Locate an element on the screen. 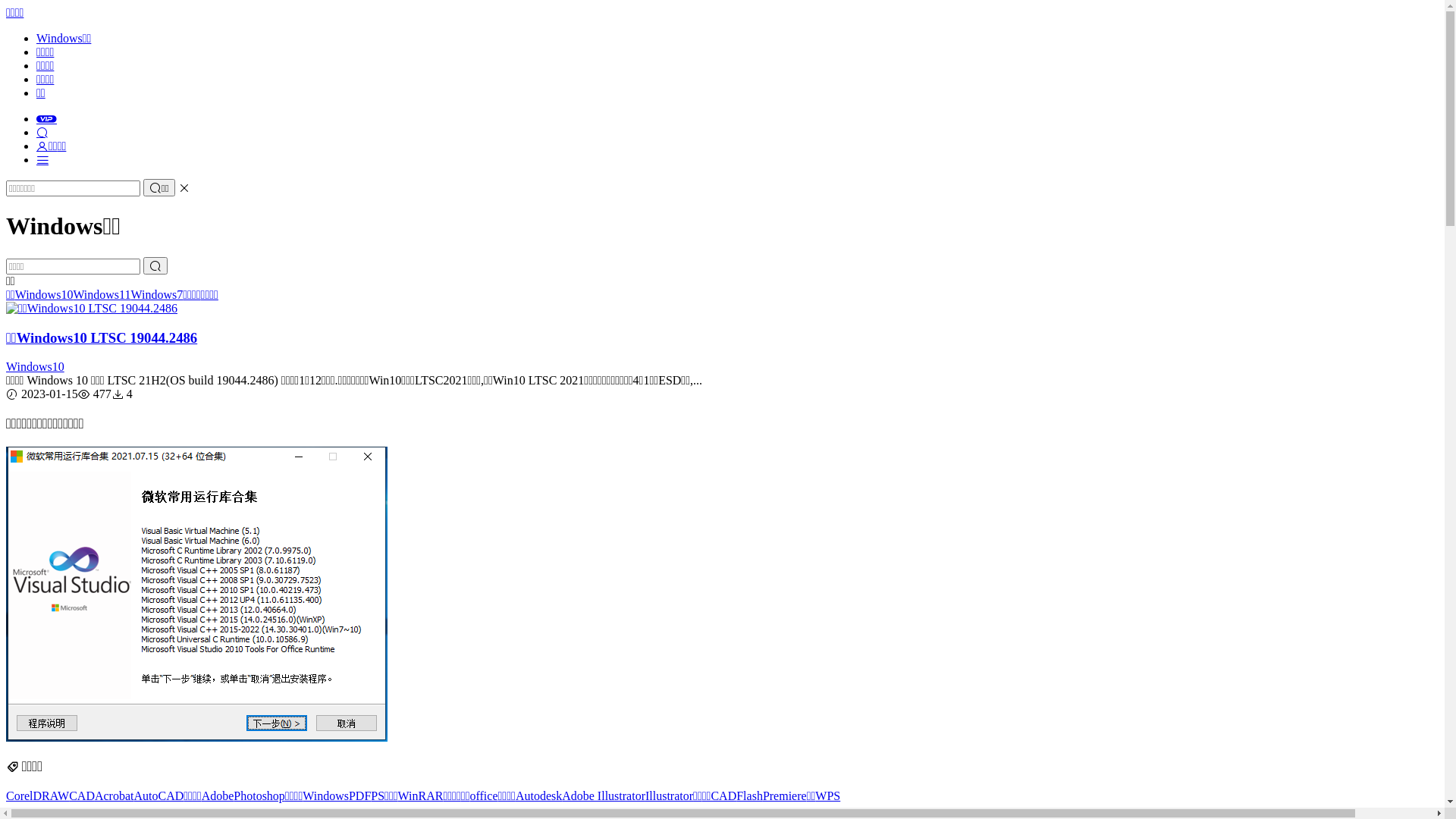 The image size is (1456, 819). 'PS' is located at coordinates (378, 795).